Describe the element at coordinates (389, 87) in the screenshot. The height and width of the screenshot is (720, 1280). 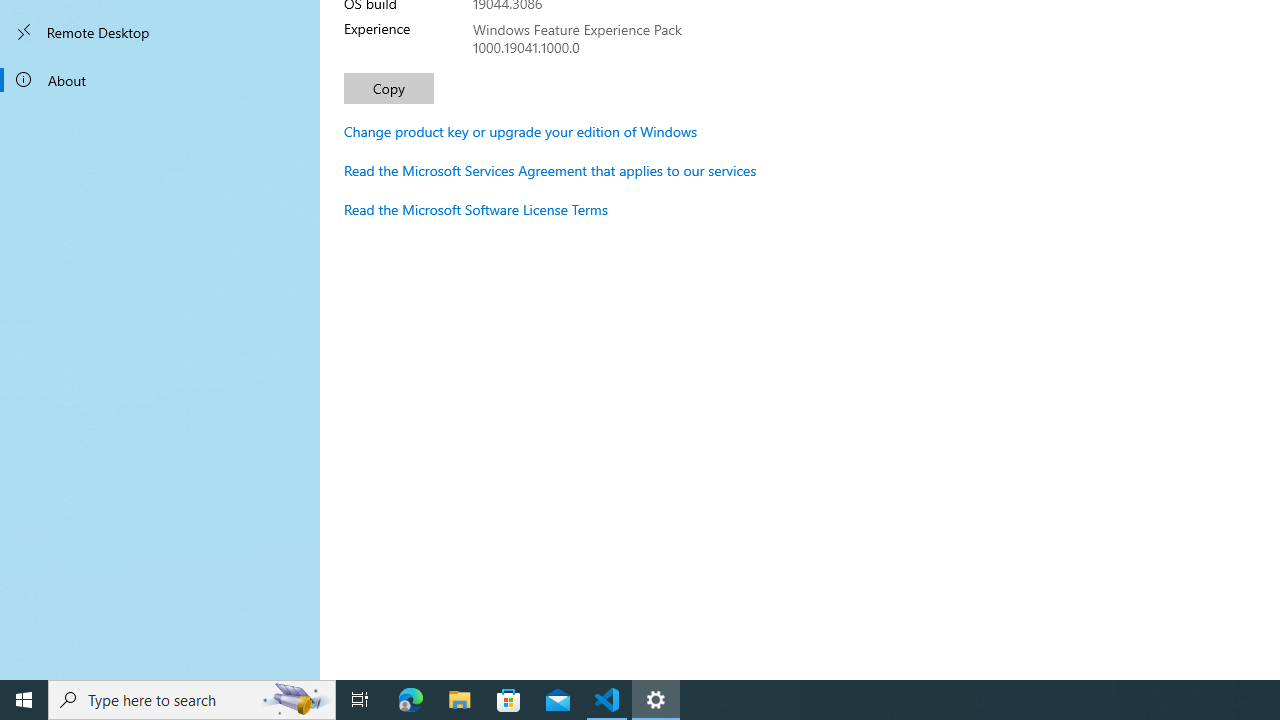
I see `'Copy'` at that location.